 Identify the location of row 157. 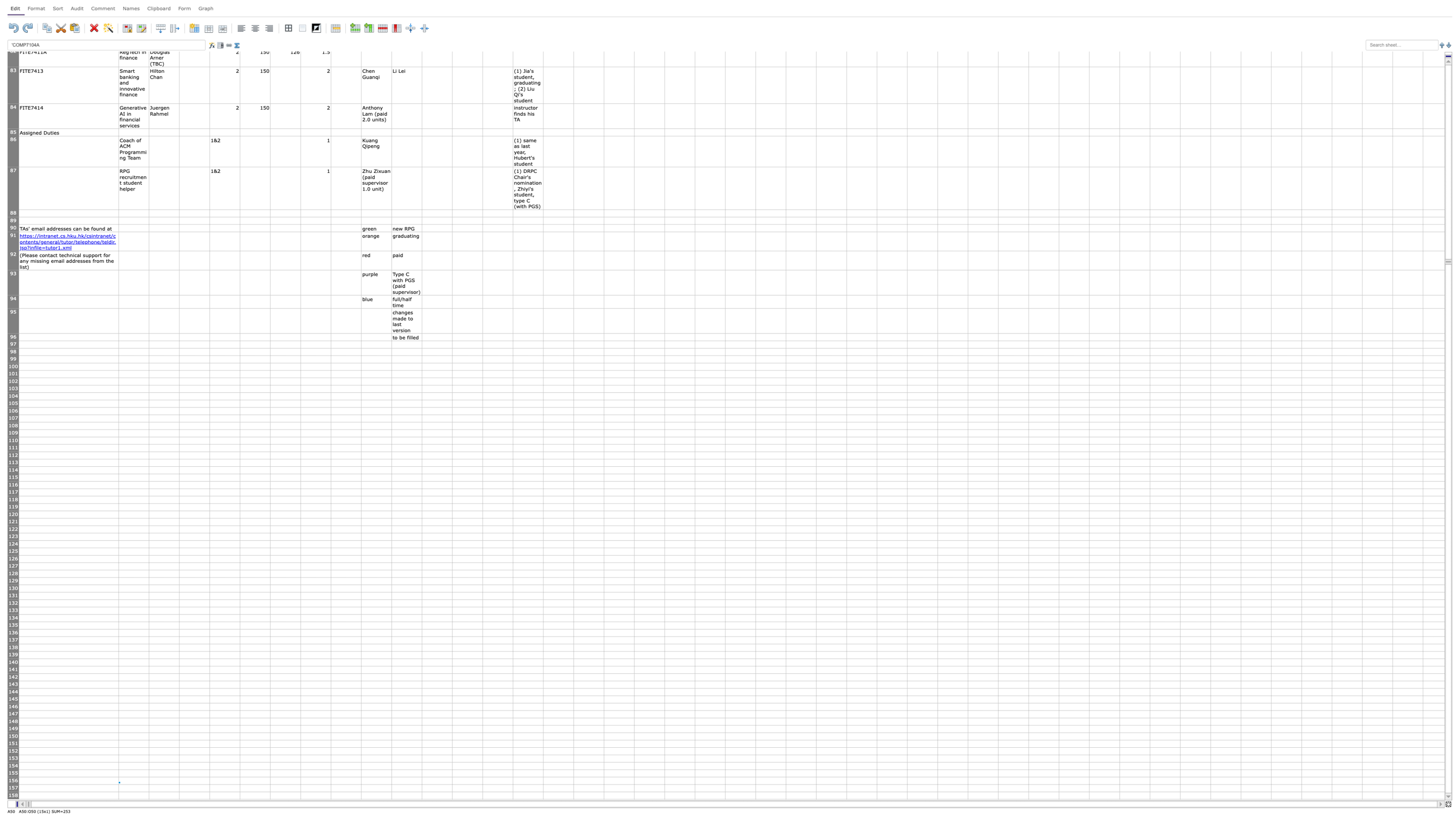
(13, 787).